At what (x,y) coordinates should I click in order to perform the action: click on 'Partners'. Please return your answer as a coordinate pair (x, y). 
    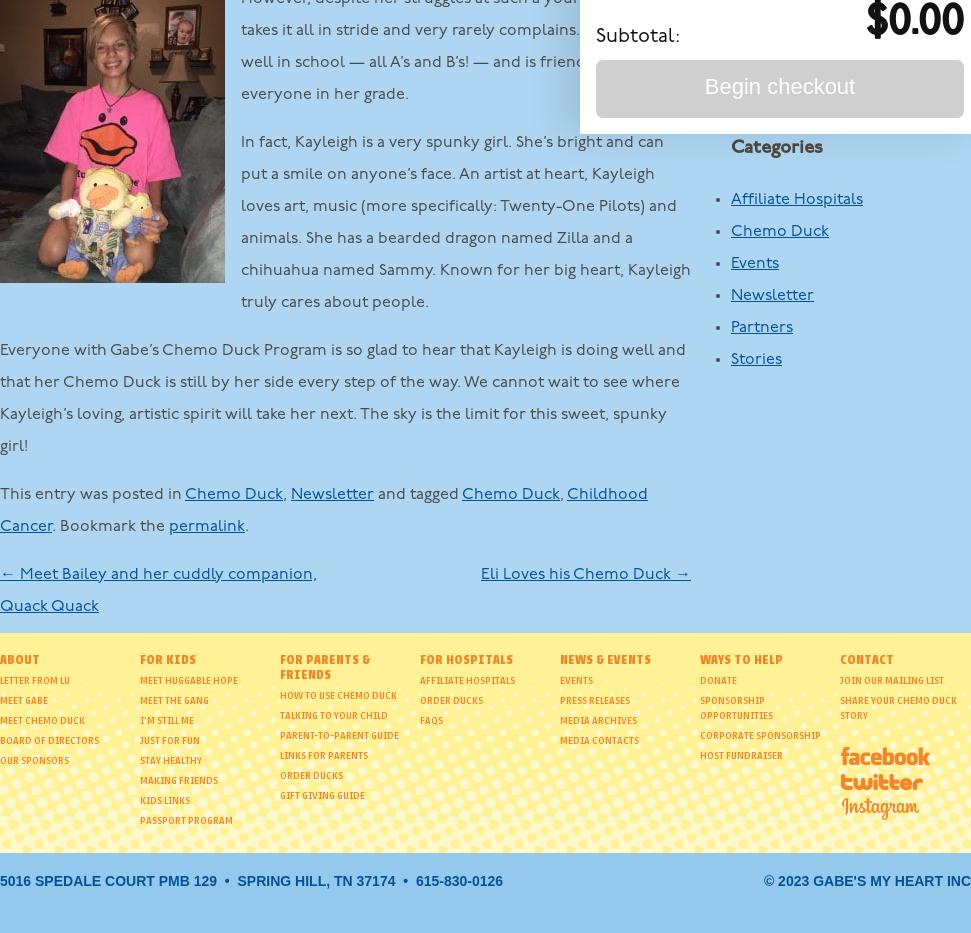
    Looking at the image, I should click on (729, 326).